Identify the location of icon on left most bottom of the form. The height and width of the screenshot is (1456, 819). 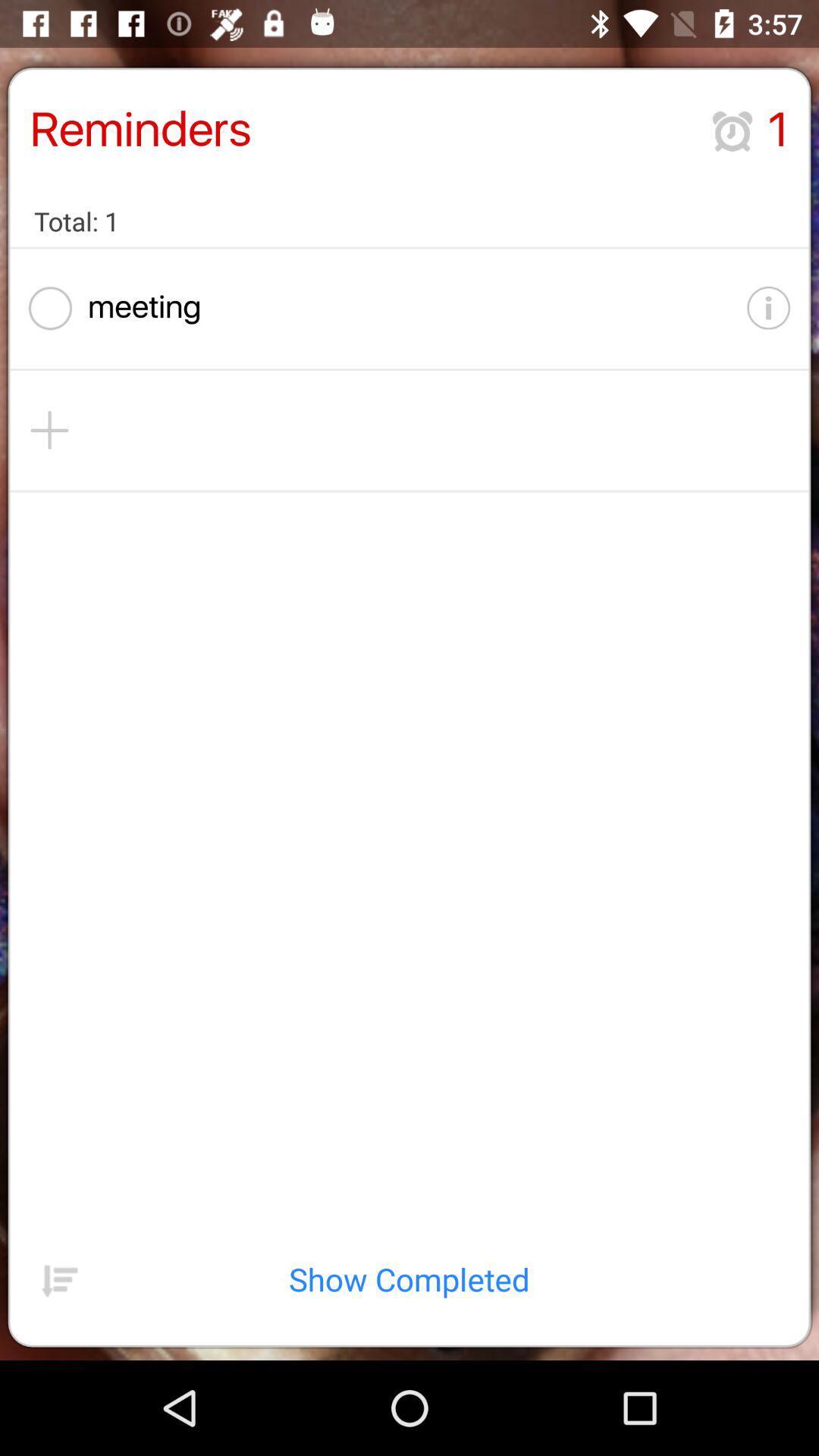
(59, 1279).